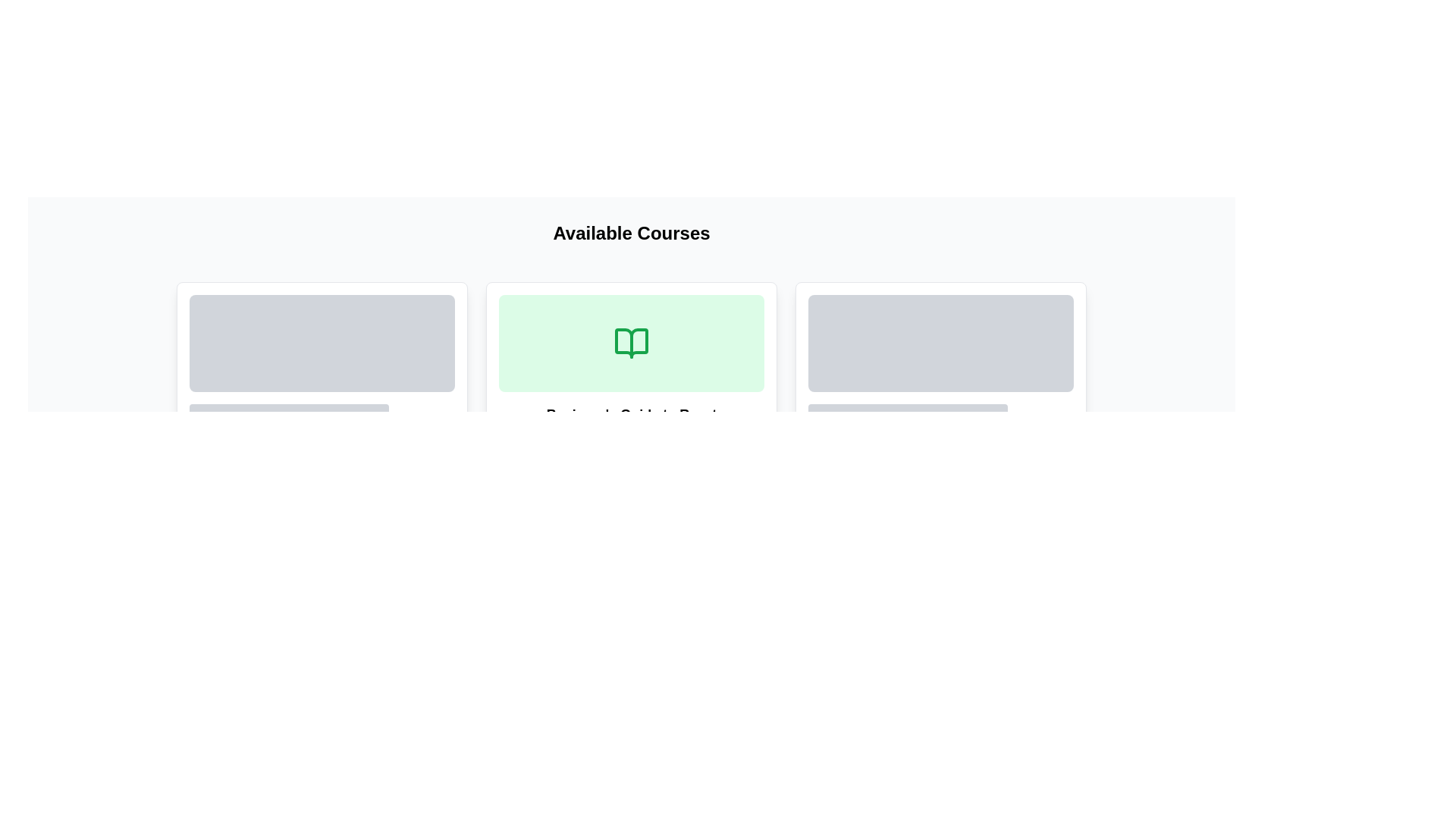  What do you see at coordinates (632, 343) in the screenshot?
I see `the right portion of the open book icon, which is styled with a green stroke and located in the 'Available Courses' section of the interface` at bounding box center [632, 343].